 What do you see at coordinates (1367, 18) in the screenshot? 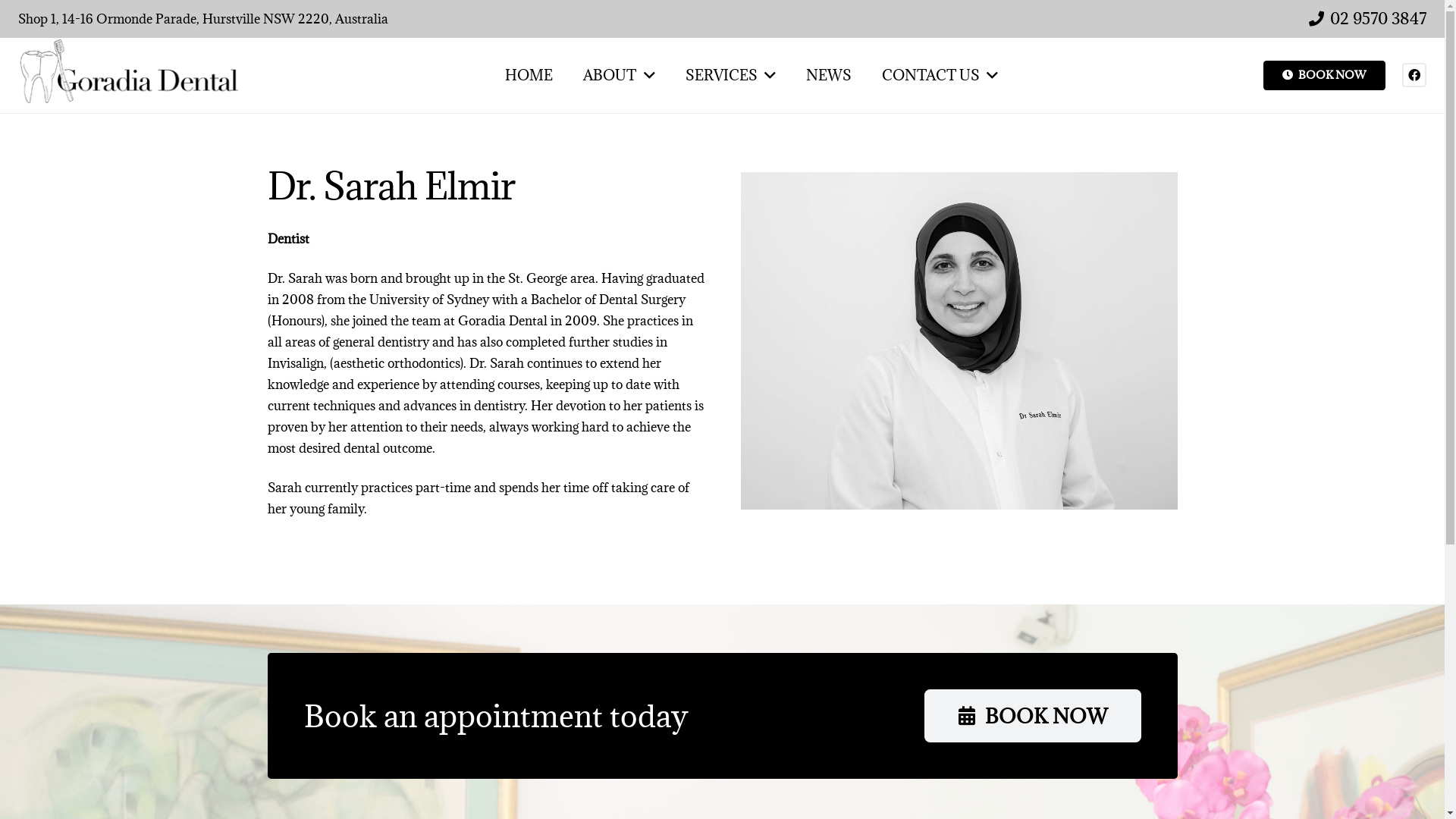
I see `'02 9570 3847'` at bounding box center [1367, 18].